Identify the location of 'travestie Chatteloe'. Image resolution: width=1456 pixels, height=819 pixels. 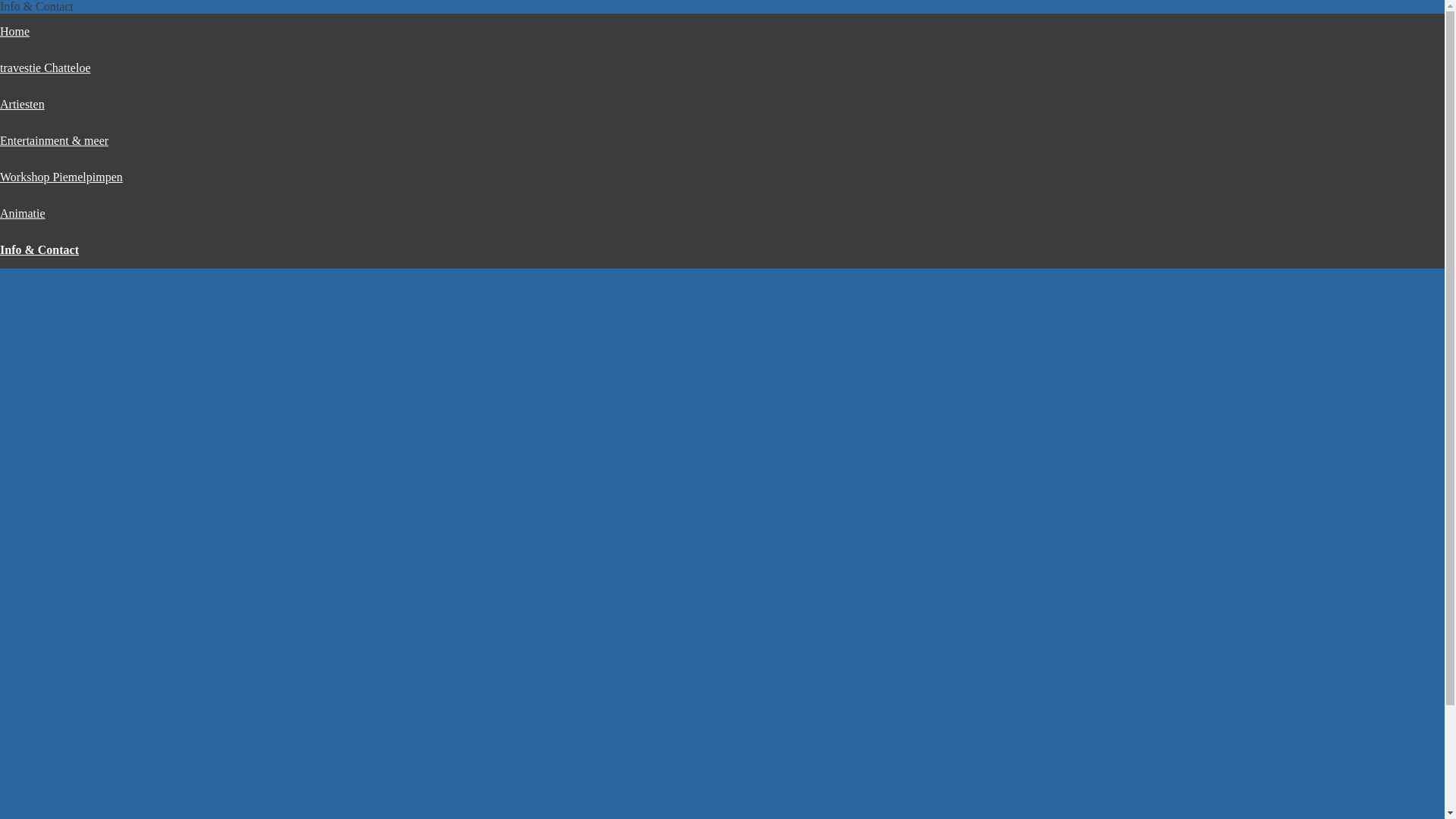
(45, 67).